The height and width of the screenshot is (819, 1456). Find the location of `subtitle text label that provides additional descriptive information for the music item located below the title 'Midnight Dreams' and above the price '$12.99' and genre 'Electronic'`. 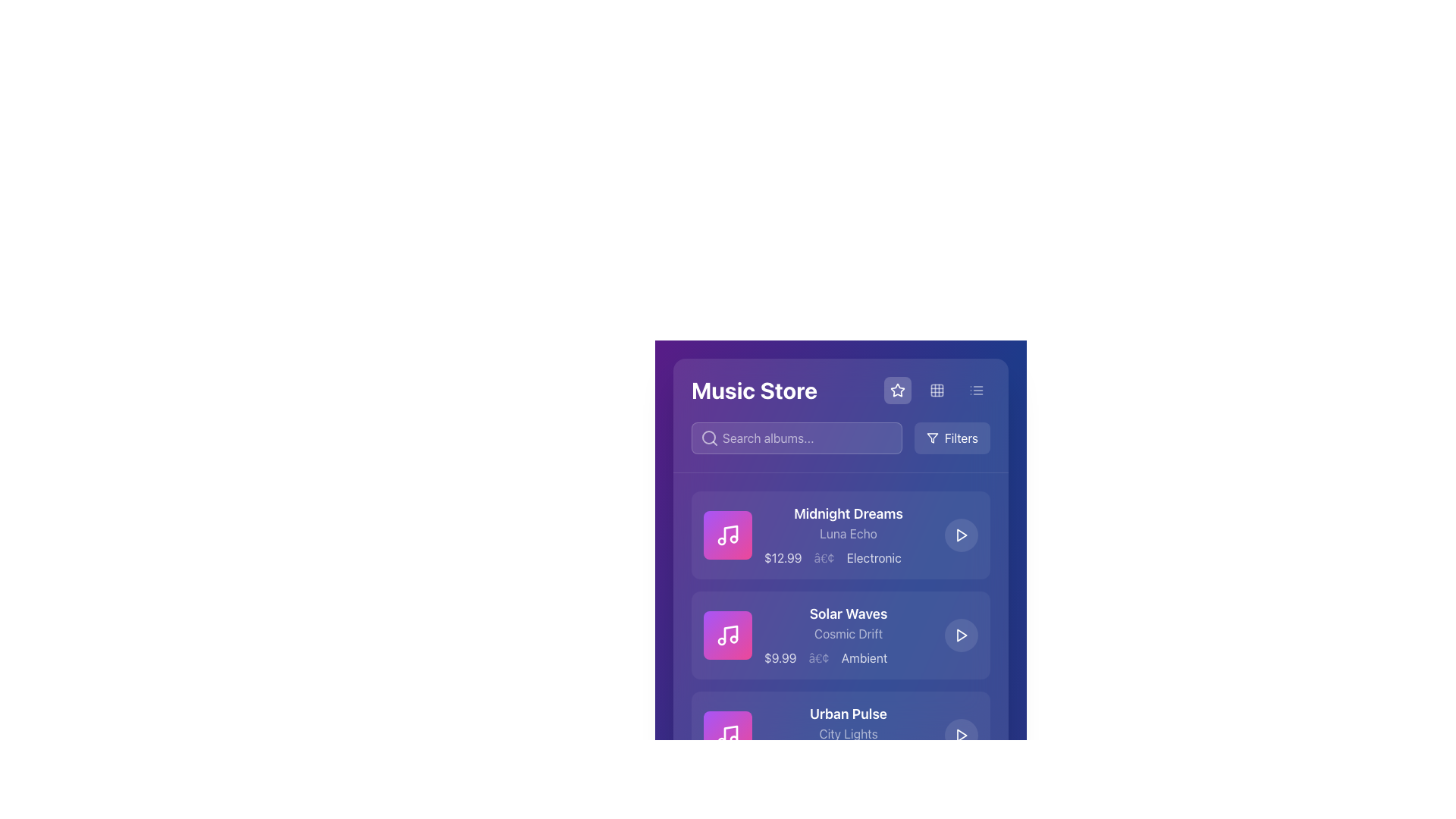

subtitle text label that provides additional descriptive information for the music item located below the title 'Midnight Dreams' and above the price '$12.99' and genre 'Electronic' is located at coordinates (847, 533).